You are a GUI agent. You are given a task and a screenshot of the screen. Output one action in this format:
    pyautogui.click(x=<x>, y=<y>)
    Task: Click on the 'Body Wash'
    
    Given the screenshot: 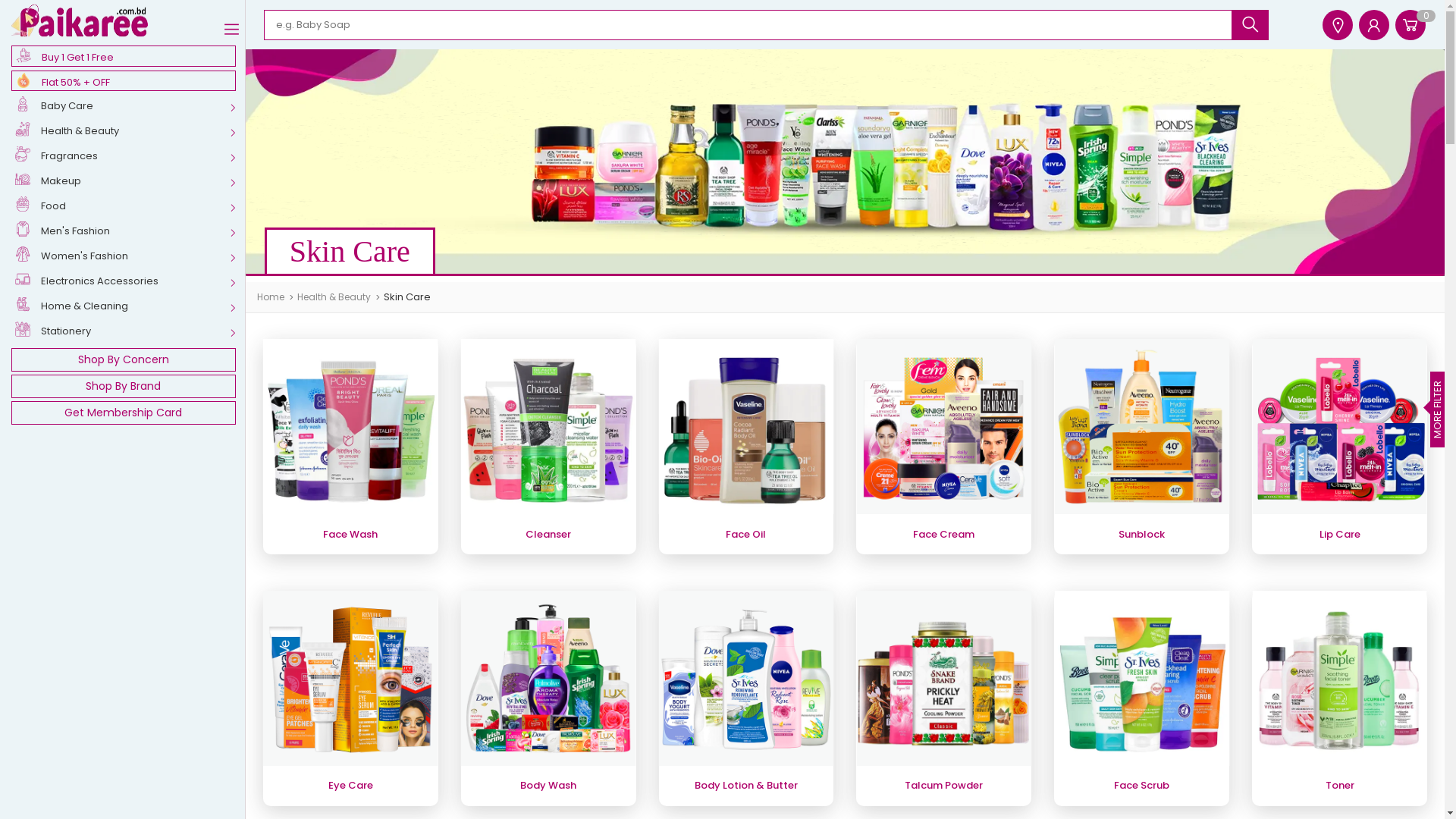 What is the action you would take?
    pyautogui.click(x=548, y=698)
    